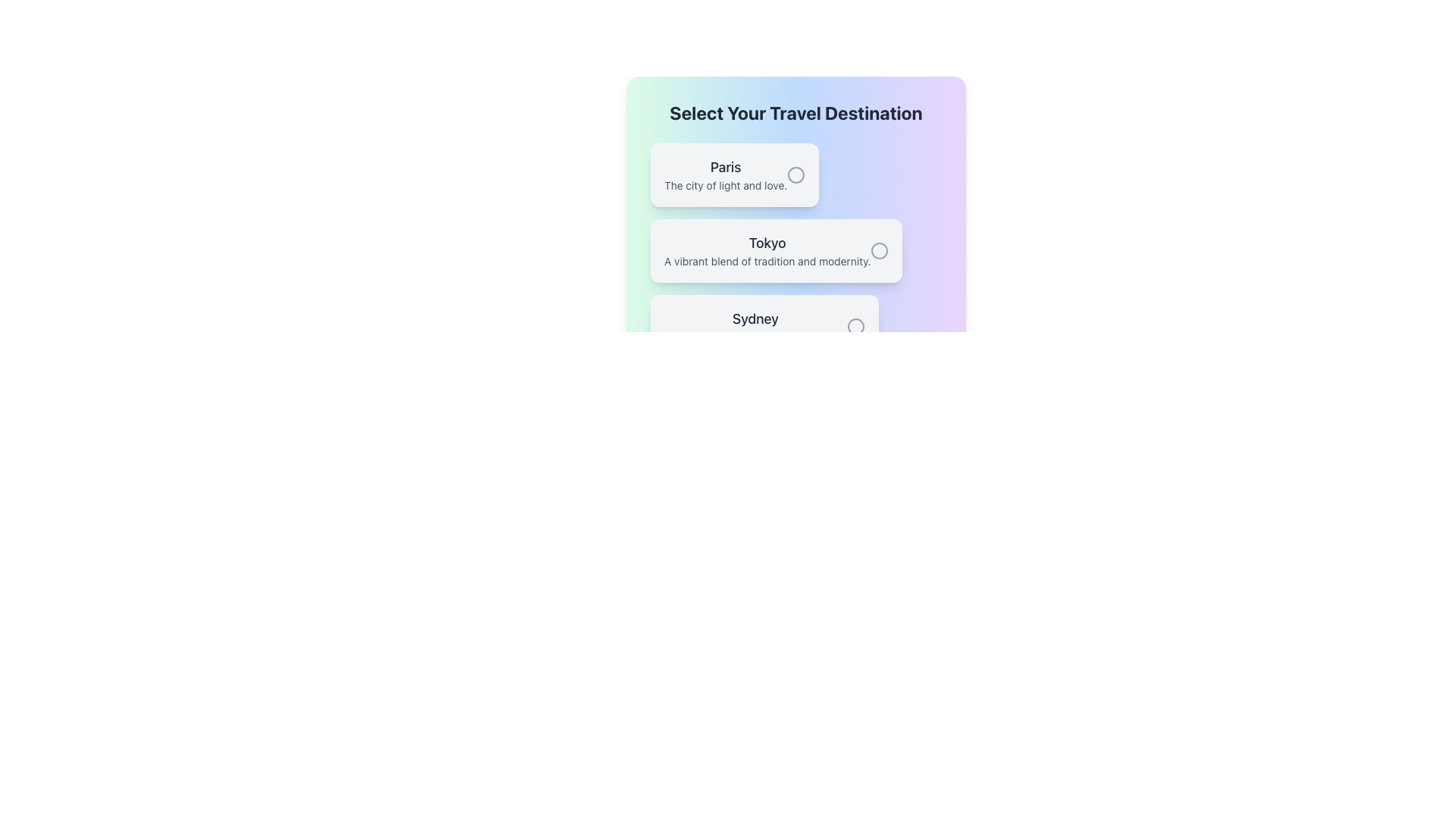  Describe the element at coordinates (767, 260) in the screenshot. I see `the static text element that reads 'A vibrant blend of tradition and modernity', located directly below the 'Tokyo' heading in the 'Select Your Travel Destination' section` at that location.